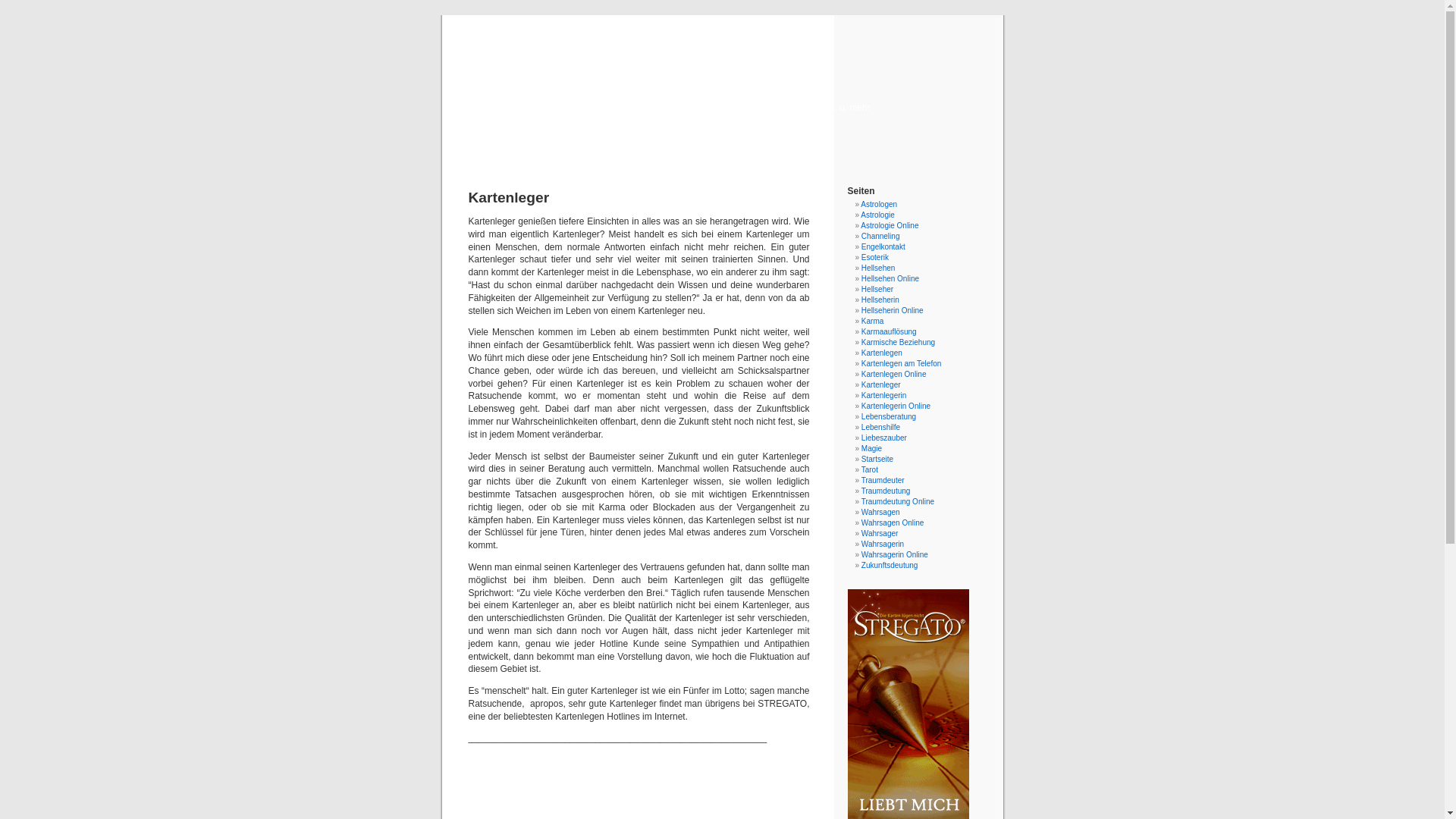 The height and width of the screenshot is (819, 1456). I want to click on 'Wahrsagerin Online', so click(895, 554).